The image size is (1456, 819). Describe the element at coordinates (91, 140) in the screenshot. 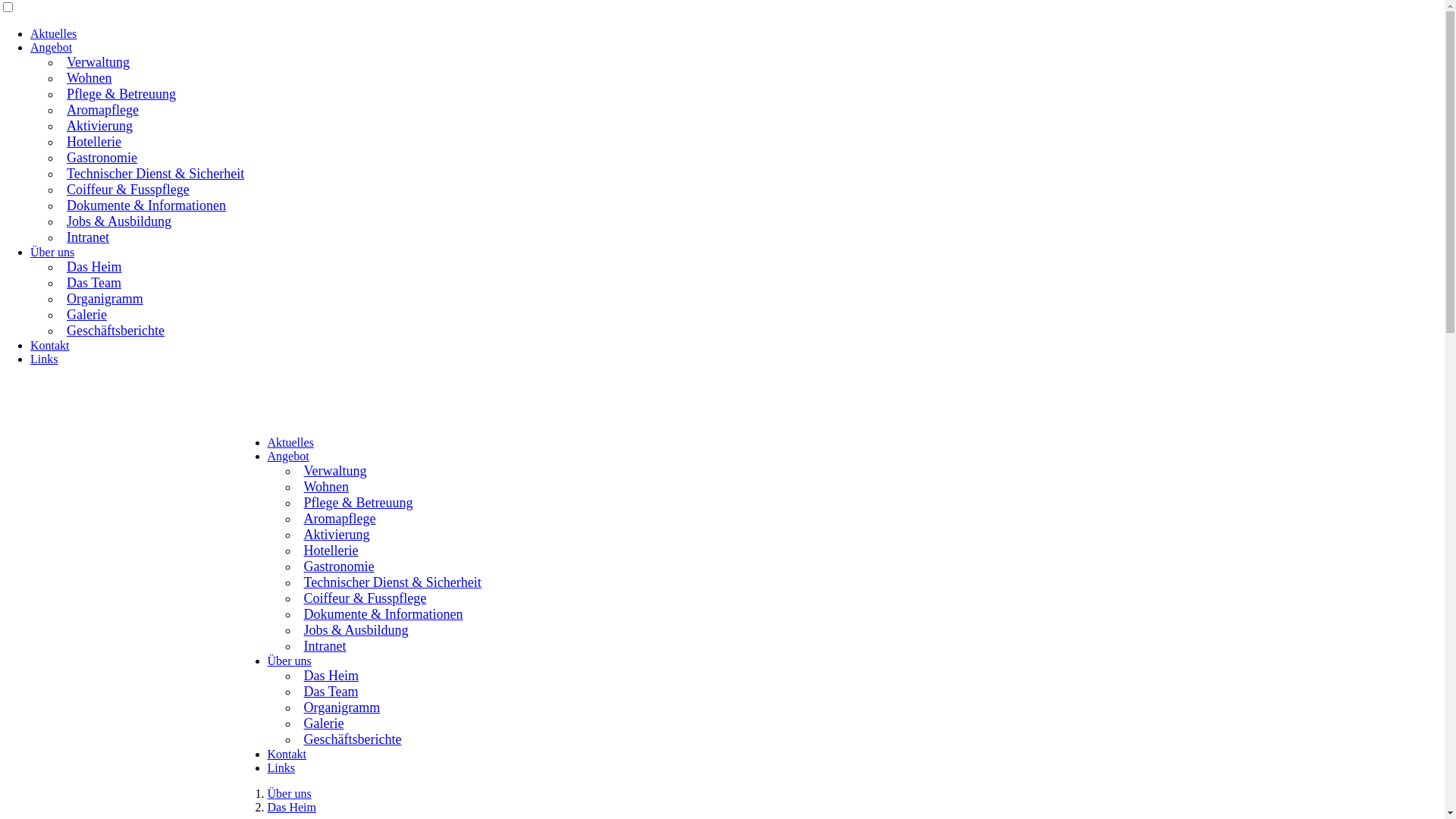

I see `'Hotellerie'` at that location.